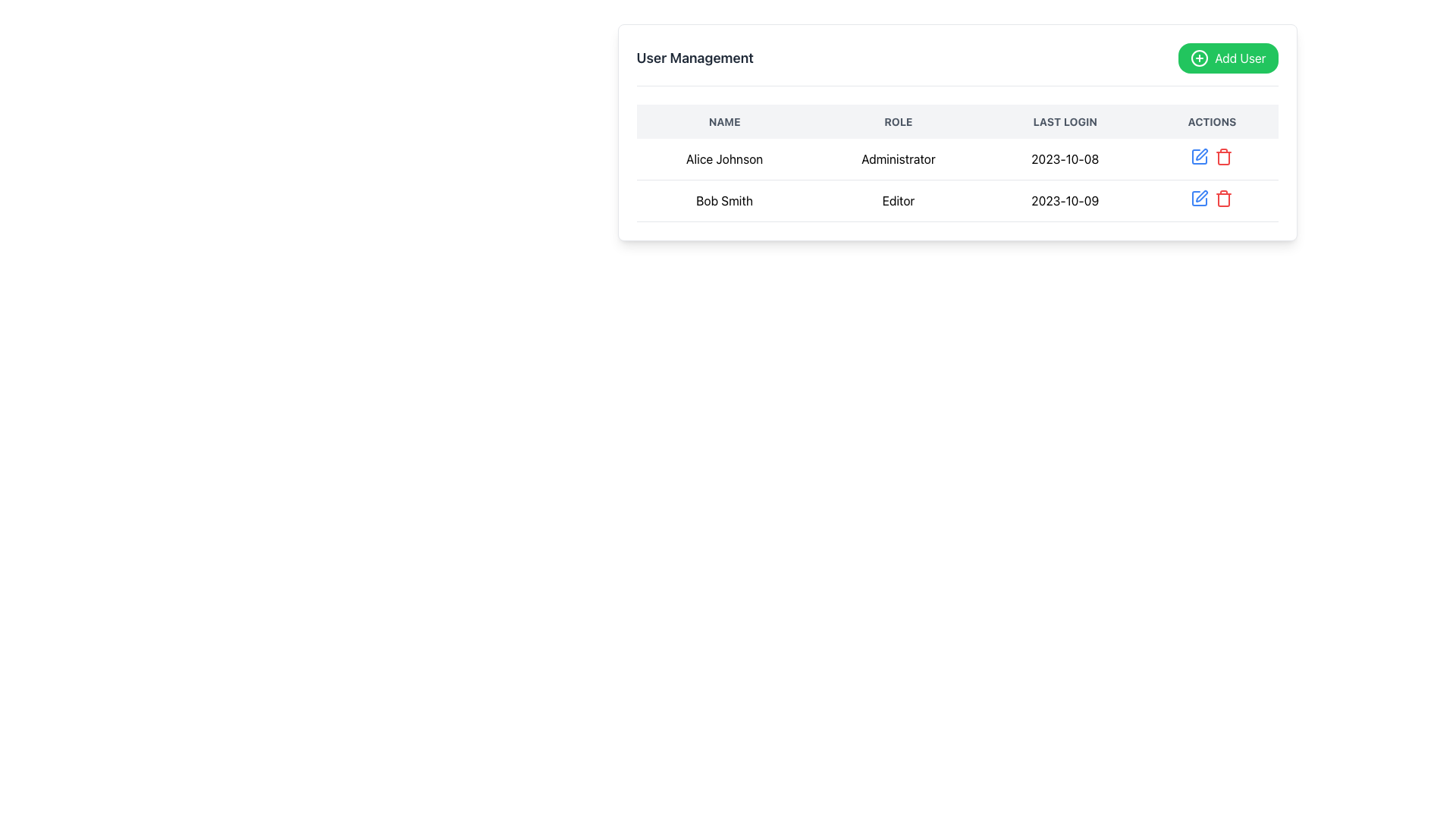 The width and height of the screenshot is (1456, 819). What do you see at coordinates (1199, 198) in the screenshot?
I see `the edit icon in the 'Actions' column of the table for the row associated with 'Bob Smith' to bring up the editor` at bounding box center [1199, 198].